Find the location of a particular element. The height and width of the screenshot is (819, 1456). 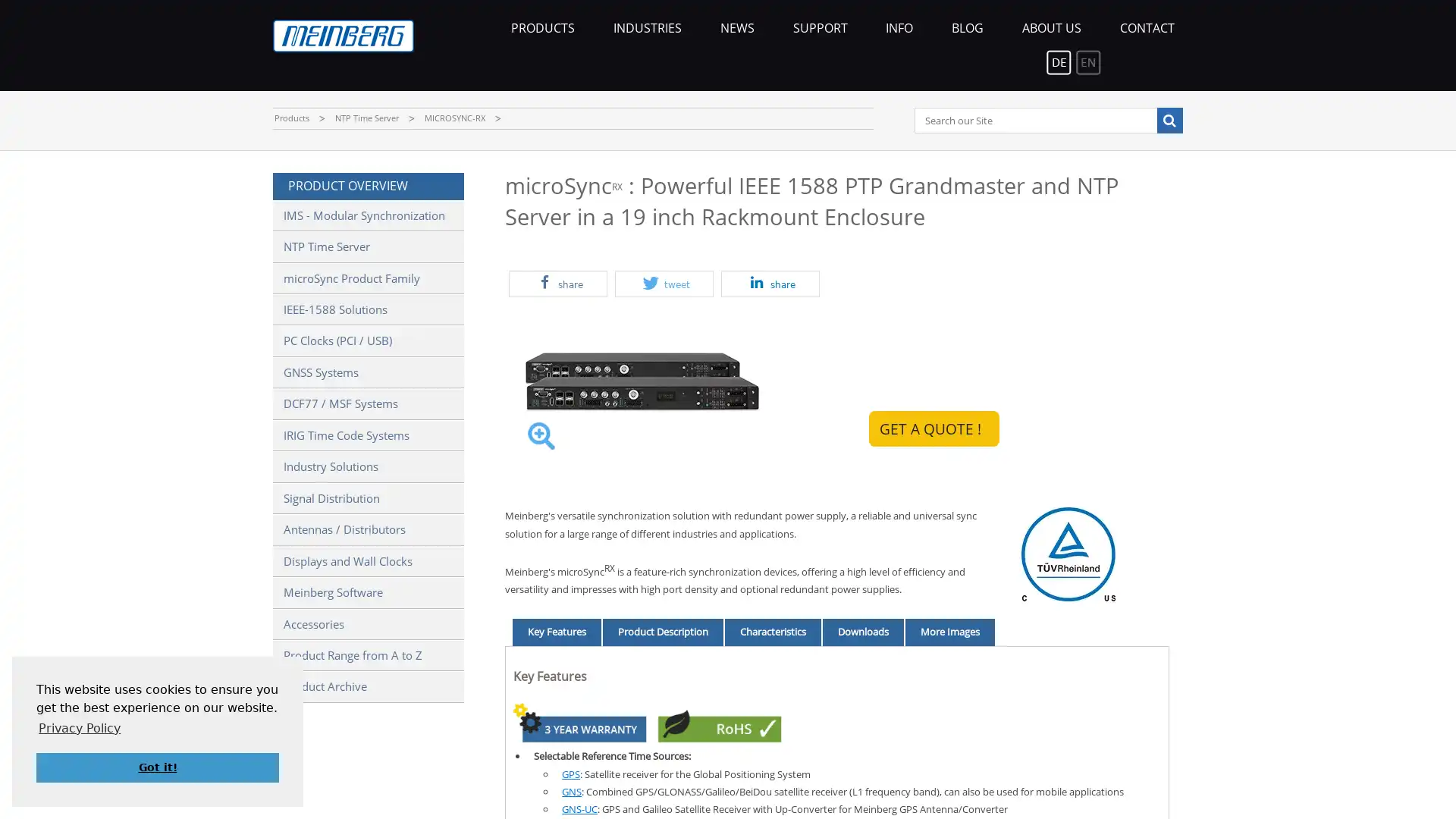

dismiss cookie message is located at coordinates (157, 767).